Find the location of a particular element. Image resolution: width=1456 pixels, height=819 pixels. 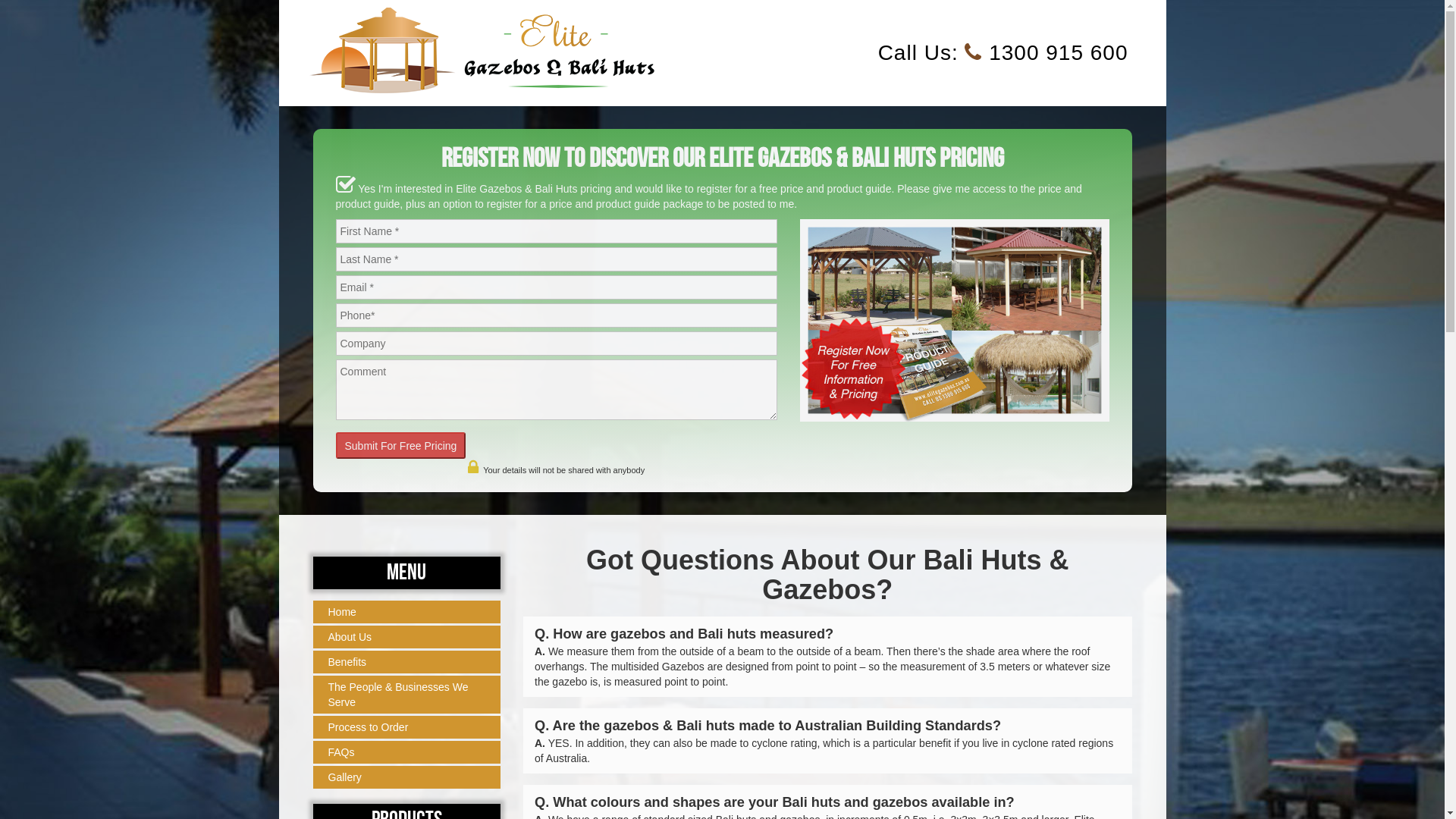

'Benefits' is located at coordinates (406, 661).